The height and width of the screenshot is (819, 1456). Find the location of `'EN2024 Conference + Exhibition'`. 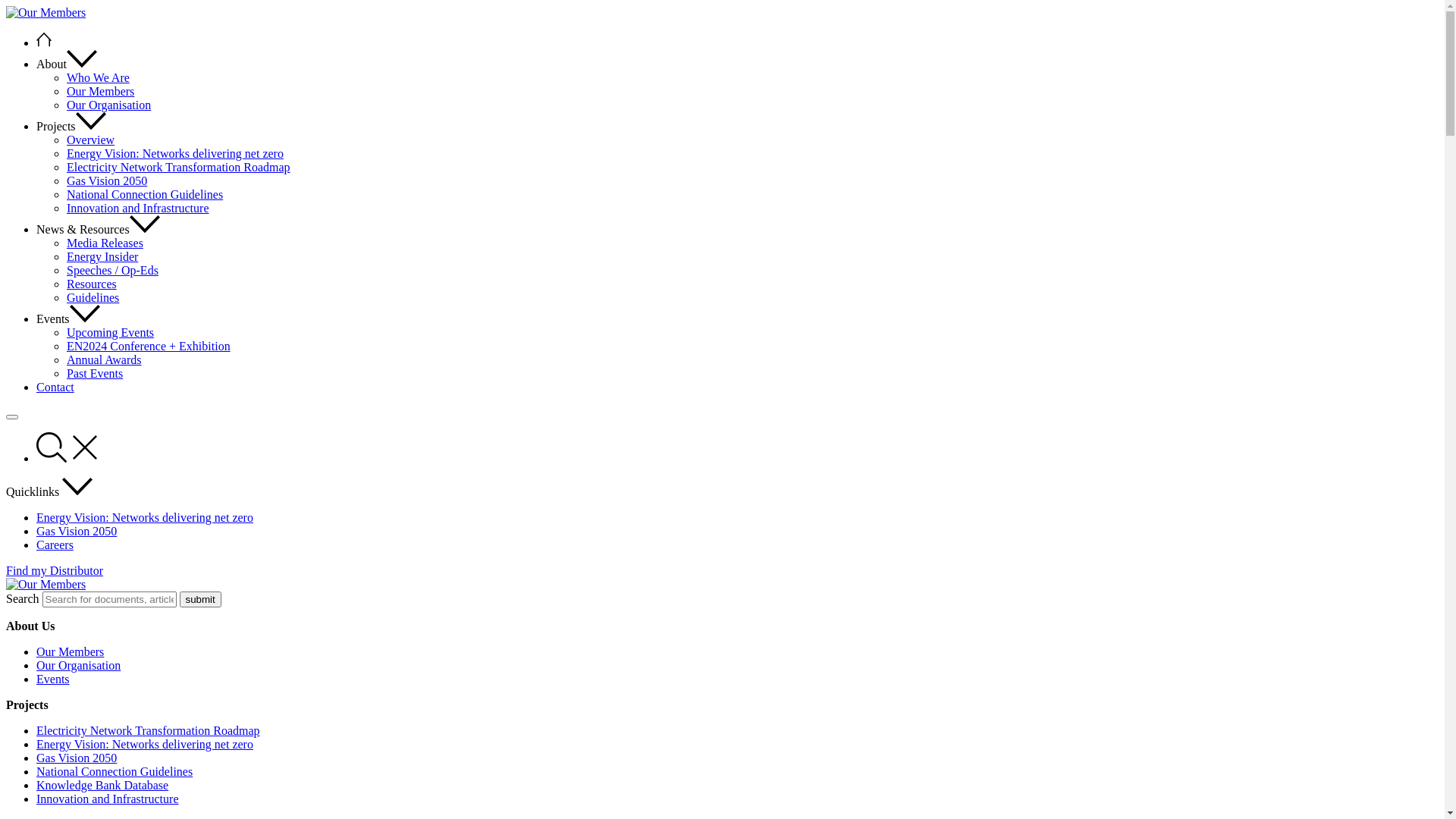

'EN2024 Conference + Exhibition' is located at coordinates (149, 346).